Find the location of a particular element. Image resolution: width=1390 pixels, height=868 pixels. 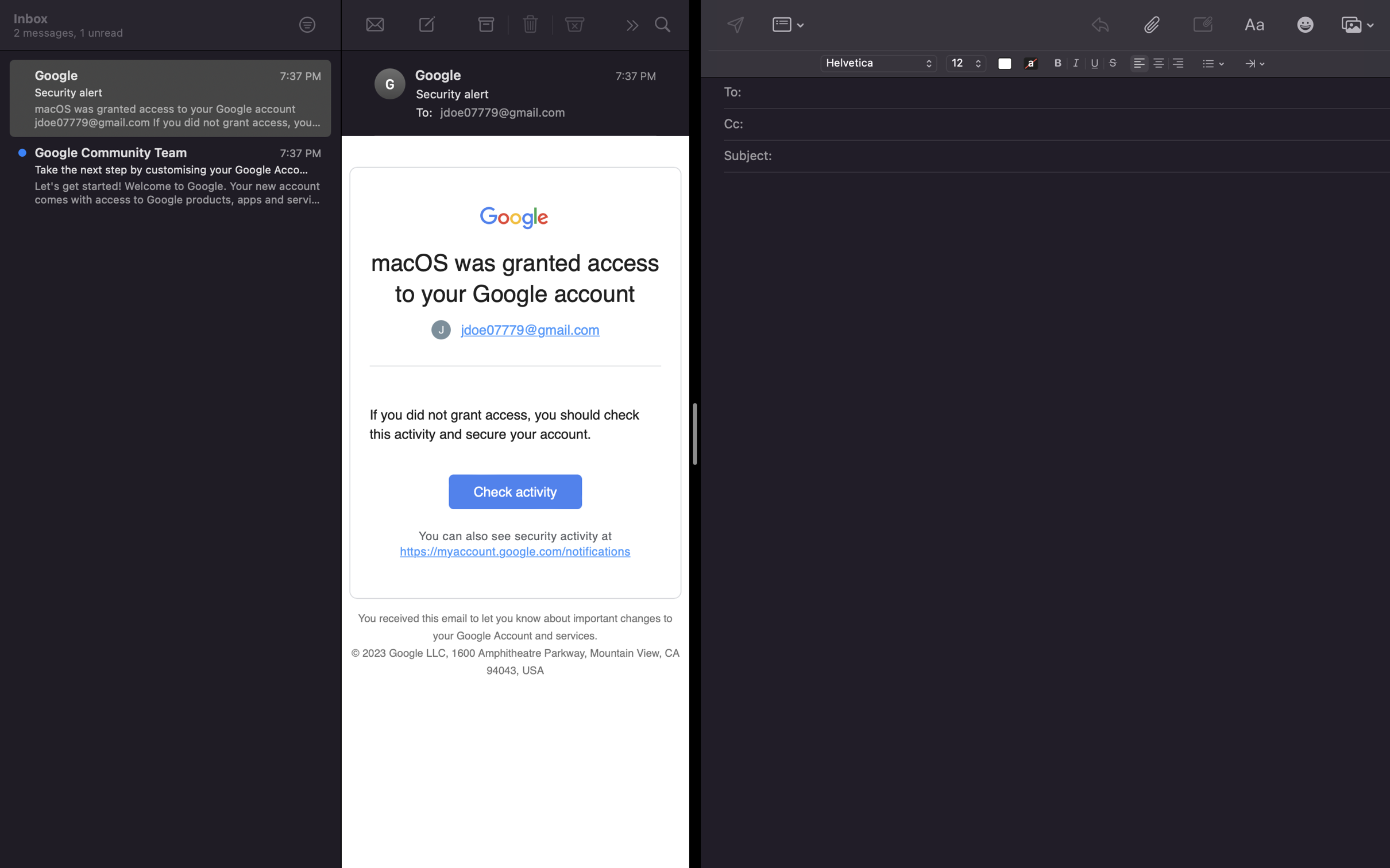

Switch the typeface to bold and alter the font dimension to 8 is located at coordinates (1058, 62).